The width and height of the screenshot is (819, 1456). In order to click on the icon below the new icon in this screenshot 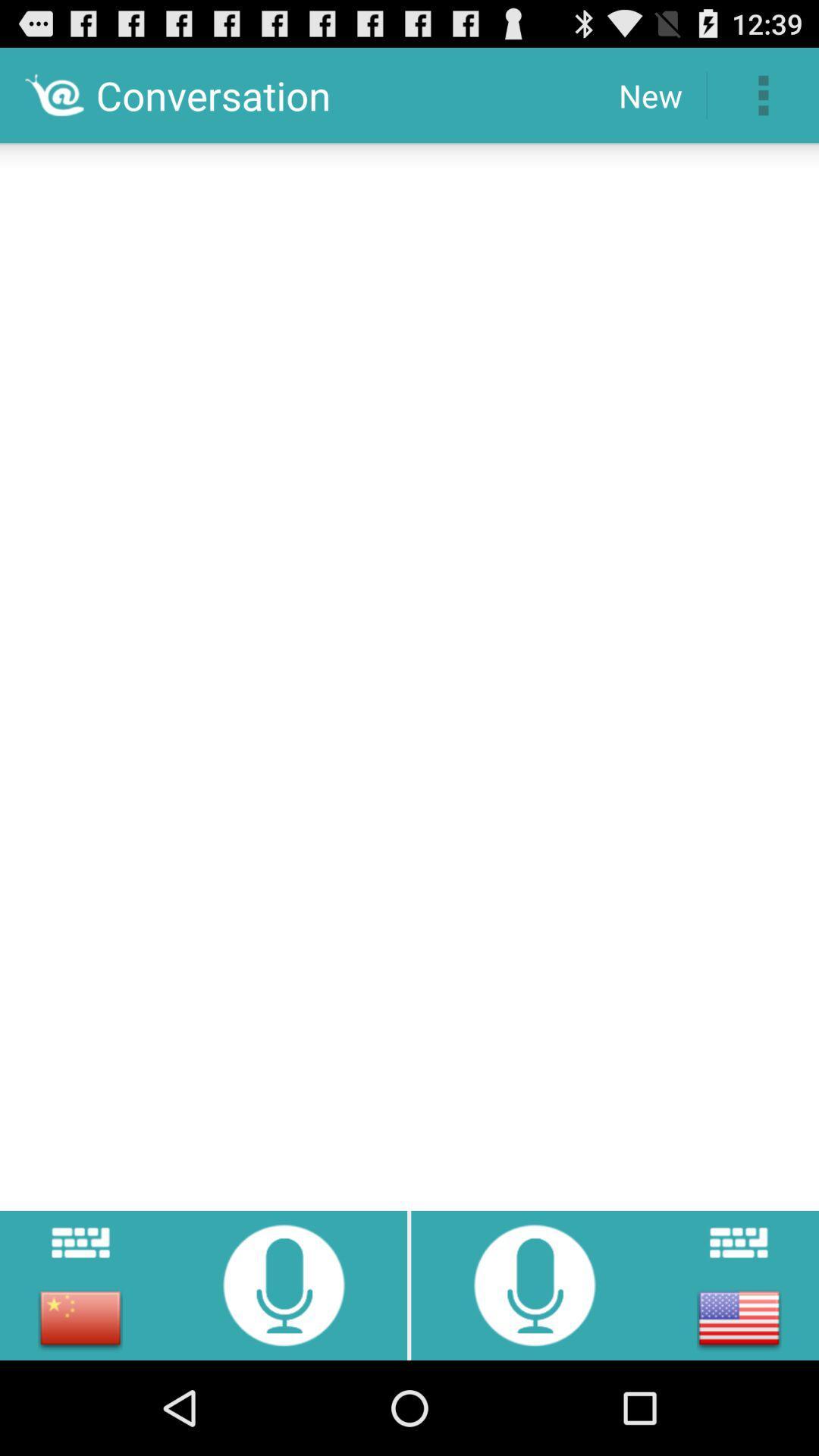, I will do `click(409, 671)`.